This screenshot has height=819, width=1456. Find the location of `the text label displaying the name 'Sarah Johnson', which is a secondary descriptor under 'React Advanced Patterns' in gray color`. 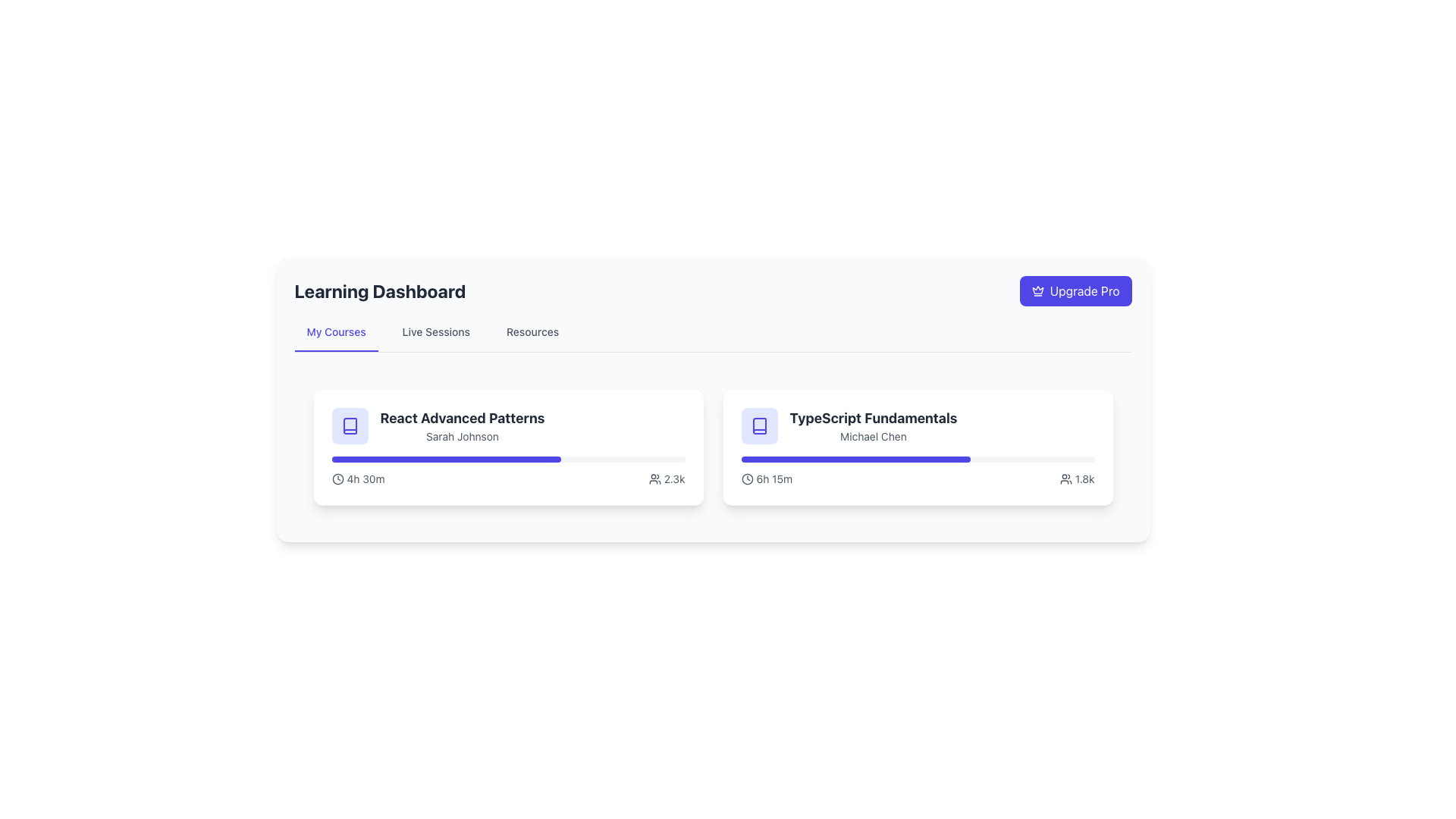

the text label displaying the name 'Sarah Johnson', which is a secondary descriptor under 'React Advanced Patterns' in gray color is located at coordinates (461, 436).